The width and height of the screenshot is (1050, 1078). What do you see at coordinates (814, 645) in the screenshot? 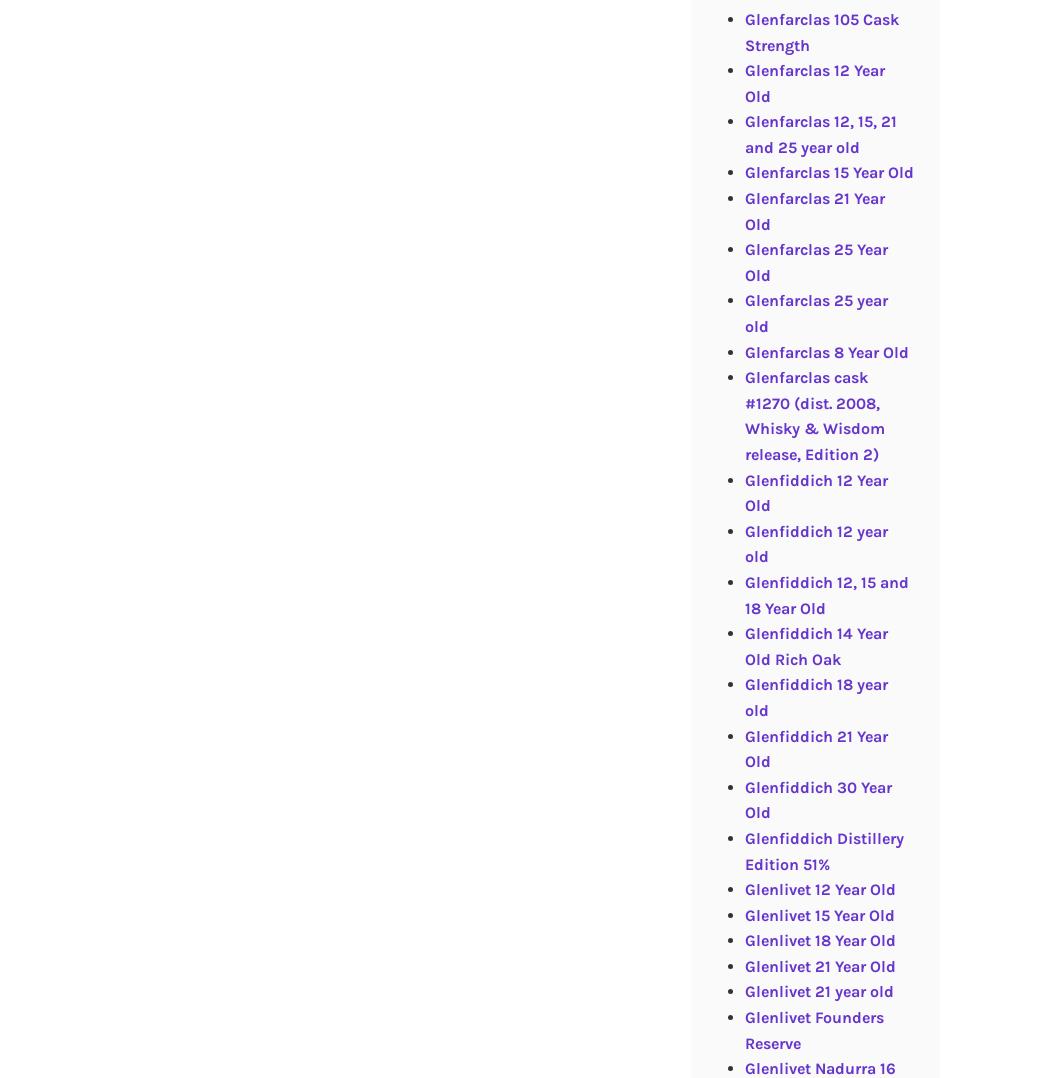
I see `'Glenfiddich 14 Year Old Rich Oak'` at bounding box center [814, 645].